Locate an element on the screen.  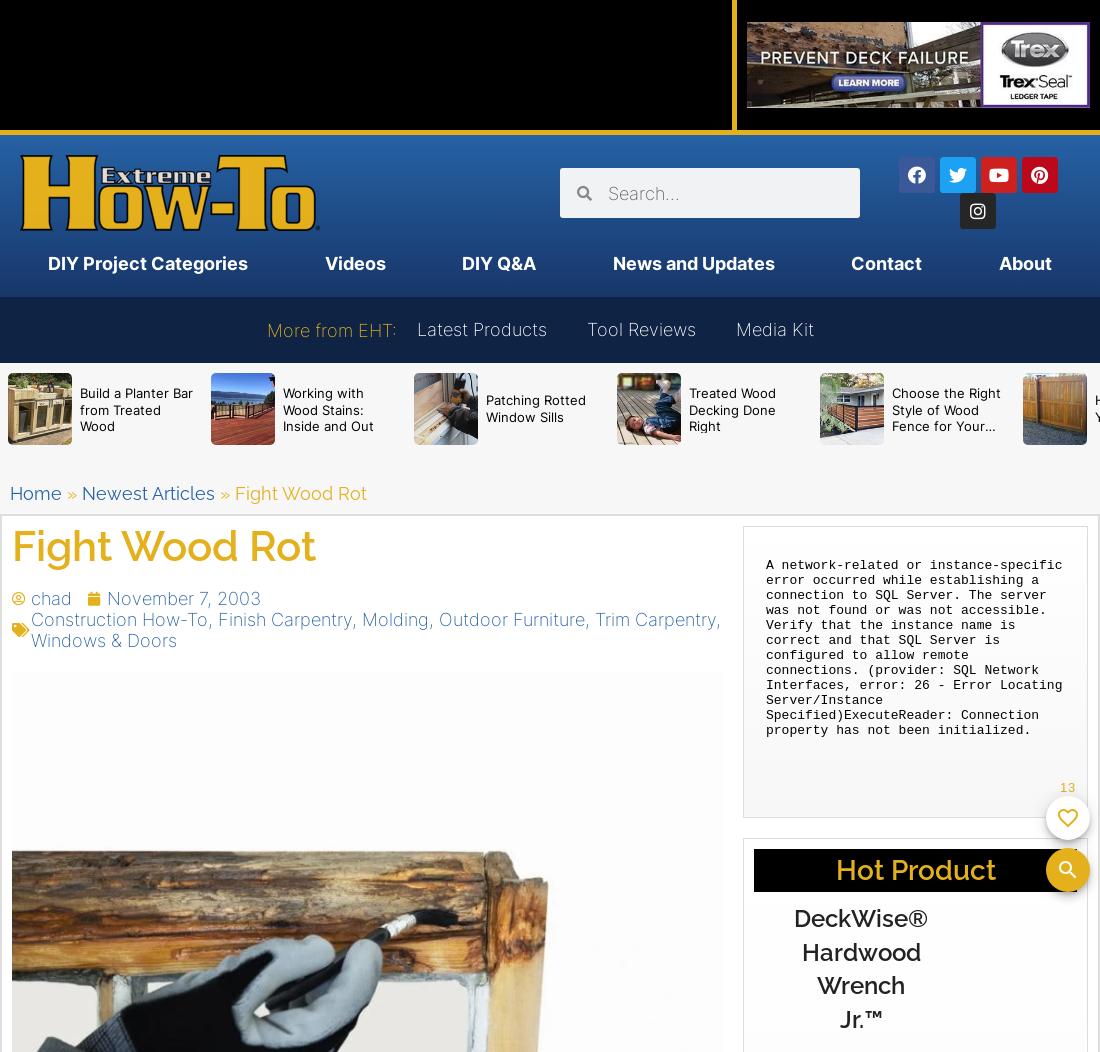
'Latest Products' is located at coordinates (480, 328).